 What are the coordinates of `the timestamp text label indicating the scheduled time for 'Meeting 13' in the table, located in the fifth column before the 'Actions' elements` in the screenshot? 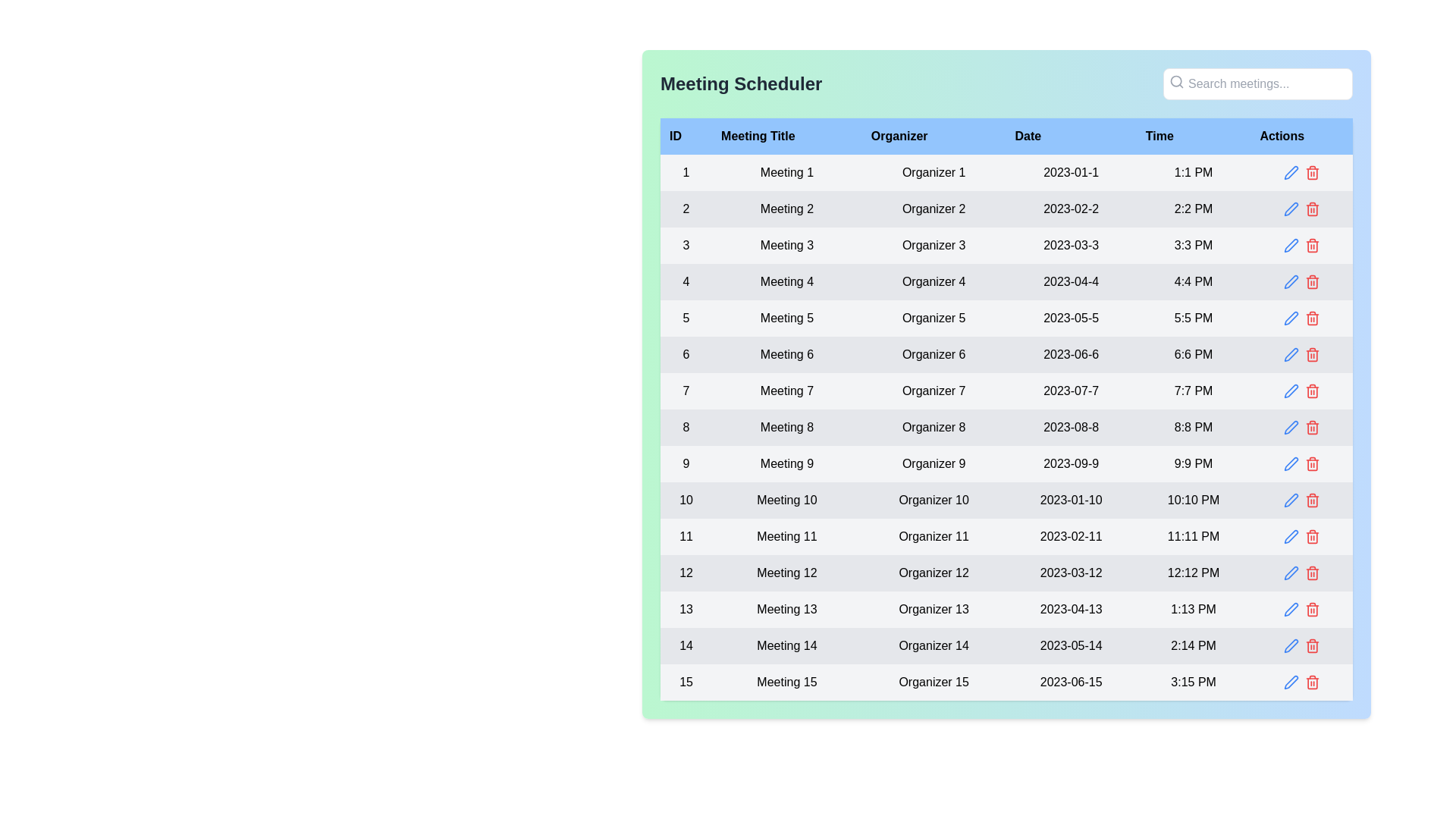 It's located at (1193, 608).